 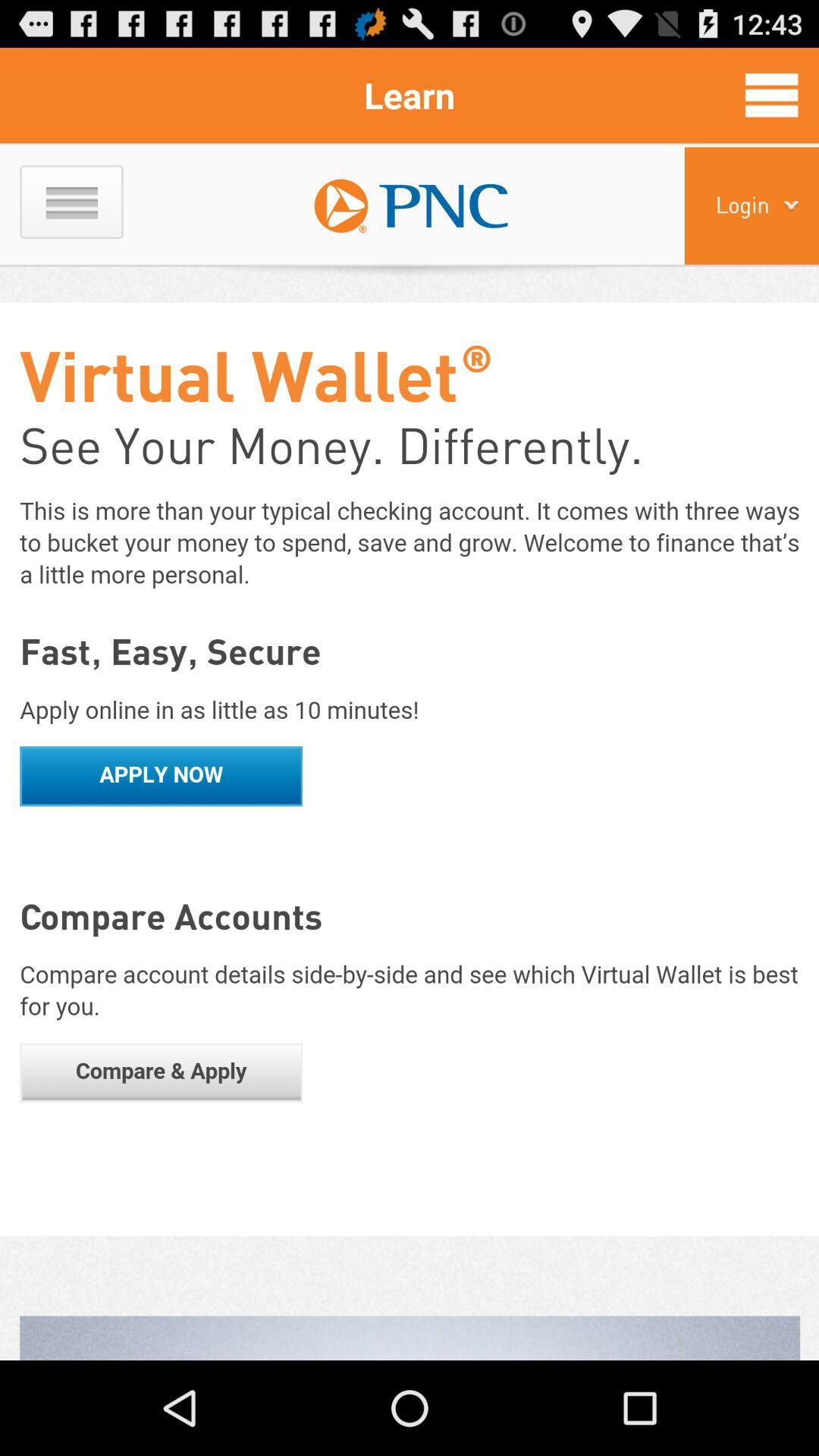 I want to click on the menu icon, so click(x=771, y=101).